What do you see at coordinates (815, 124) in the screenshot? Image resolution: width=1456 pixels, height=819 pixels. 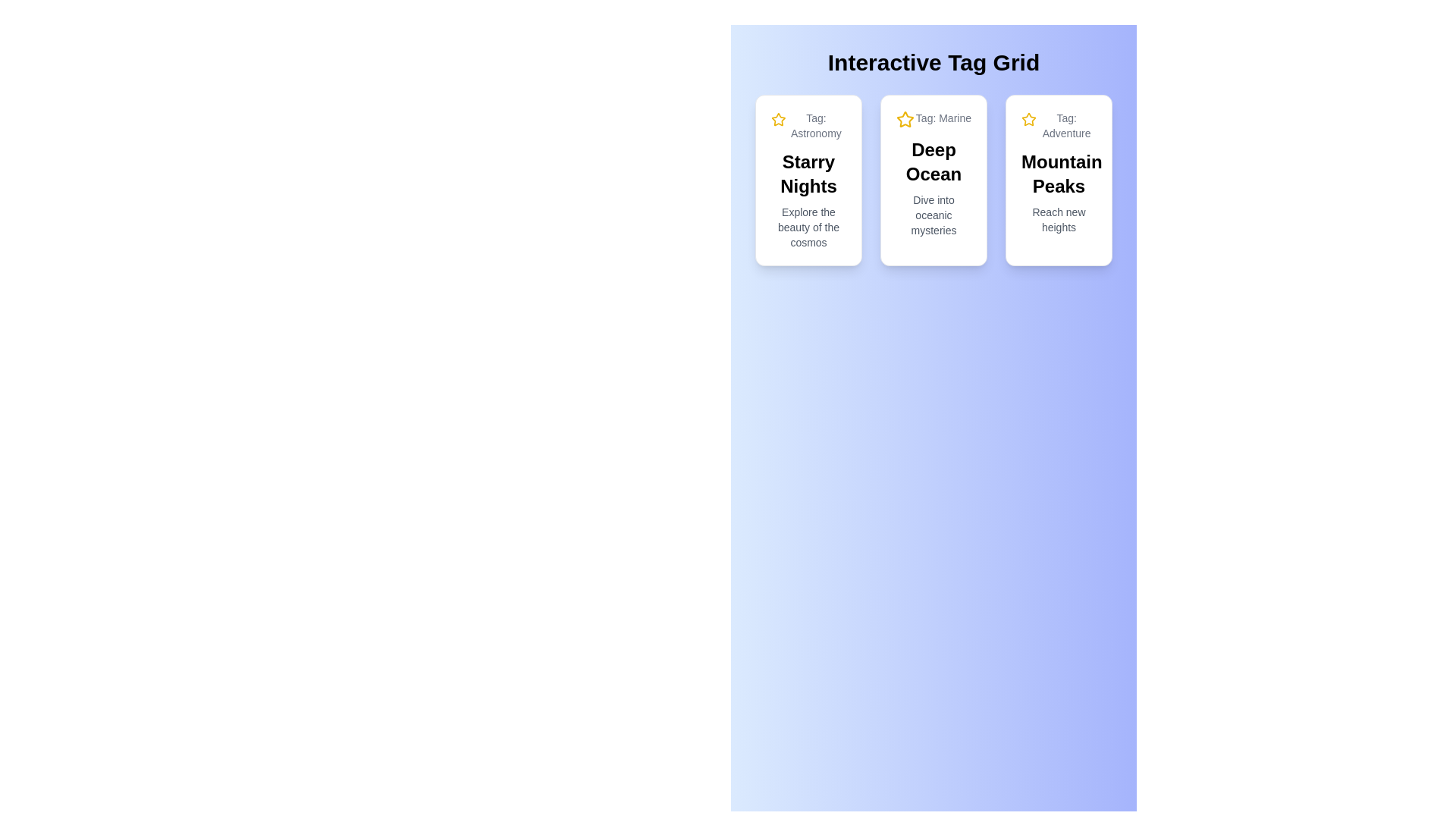 I see `text label that specifies the category 'Astronomy', which is located above the 'Starry Nights' heading and next to a yellow star icon` at bounding box center [815, 124].